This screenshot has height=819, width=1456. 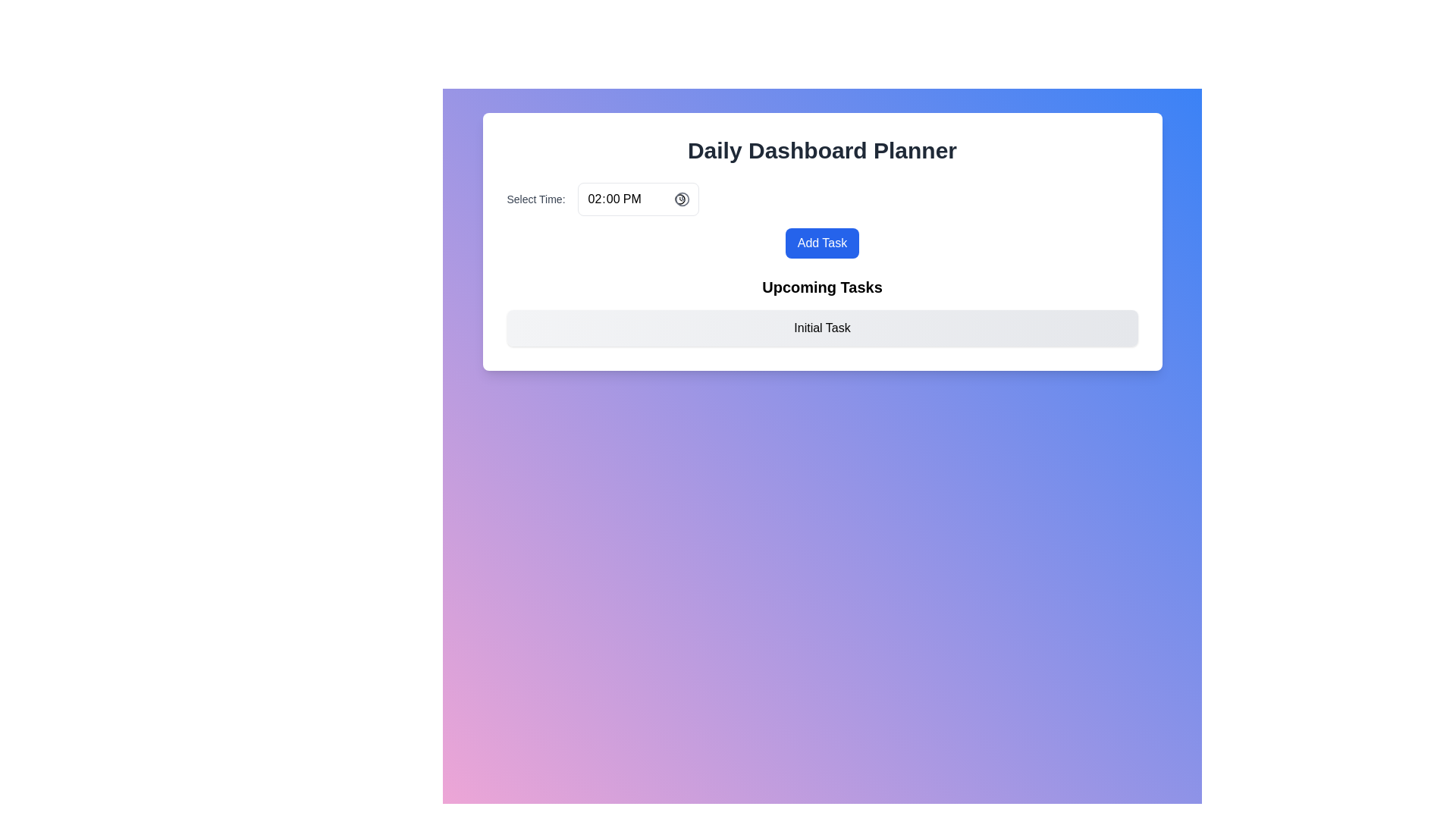 I want to click on the non-interactive text label displaying the task description located directly below the 'Upcoming Tasks' heading, so click(x=821, y=327).